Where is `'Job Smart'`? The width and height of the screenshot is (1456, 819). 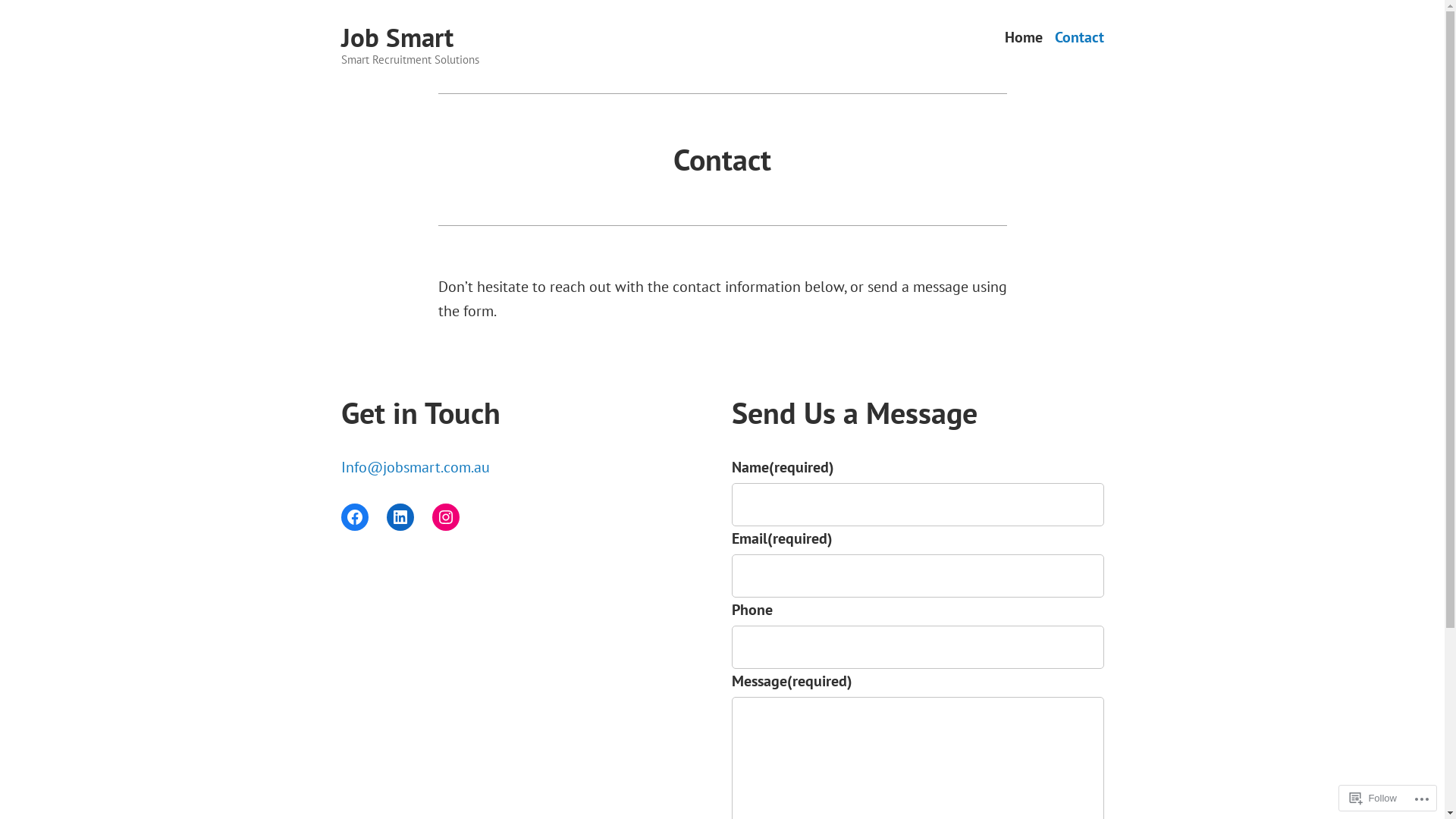
'Job Smart' is located at coordinates (397, 36).